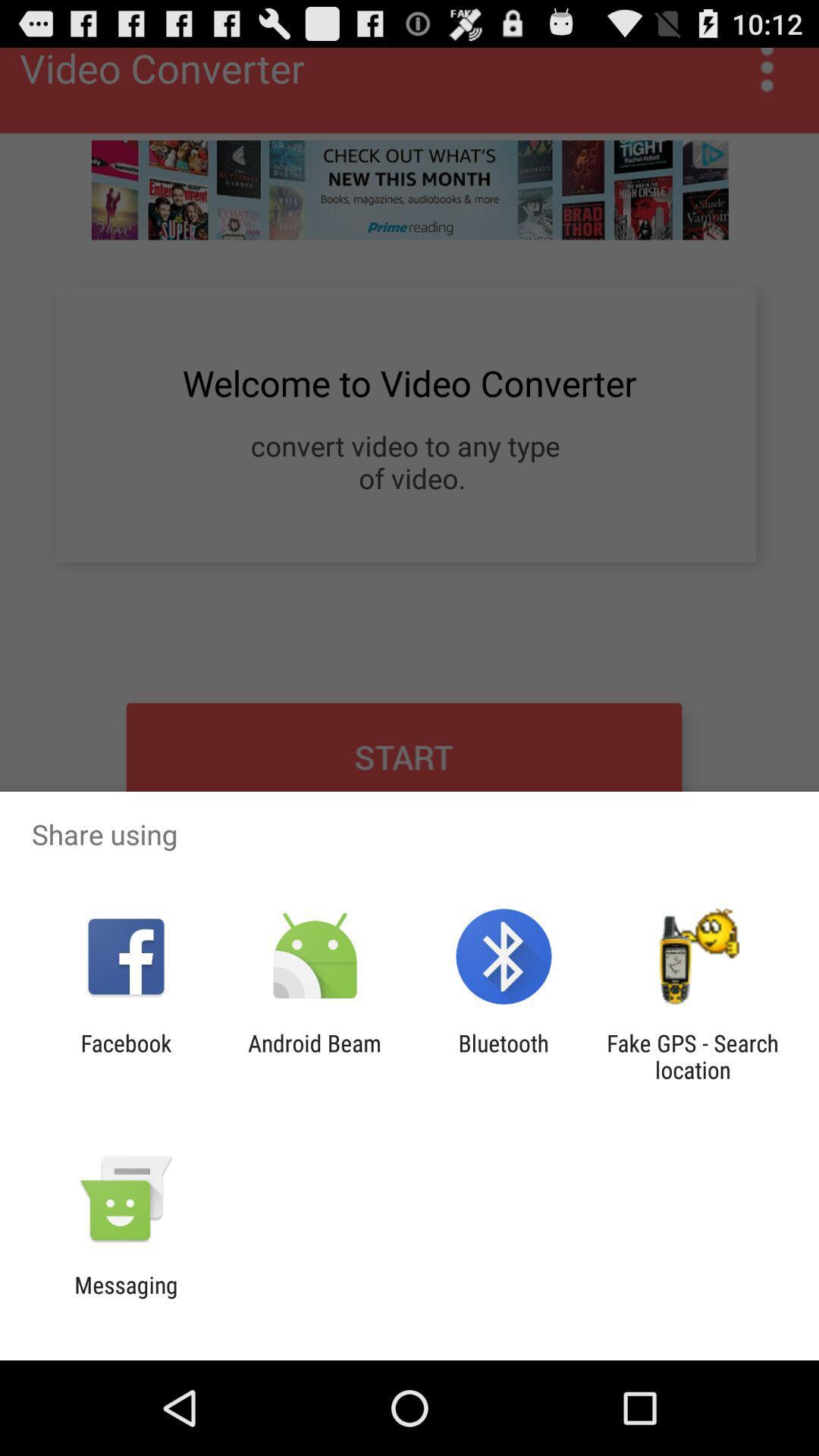  I want to click on icon next to the bluetooth, so click(692, 1056).